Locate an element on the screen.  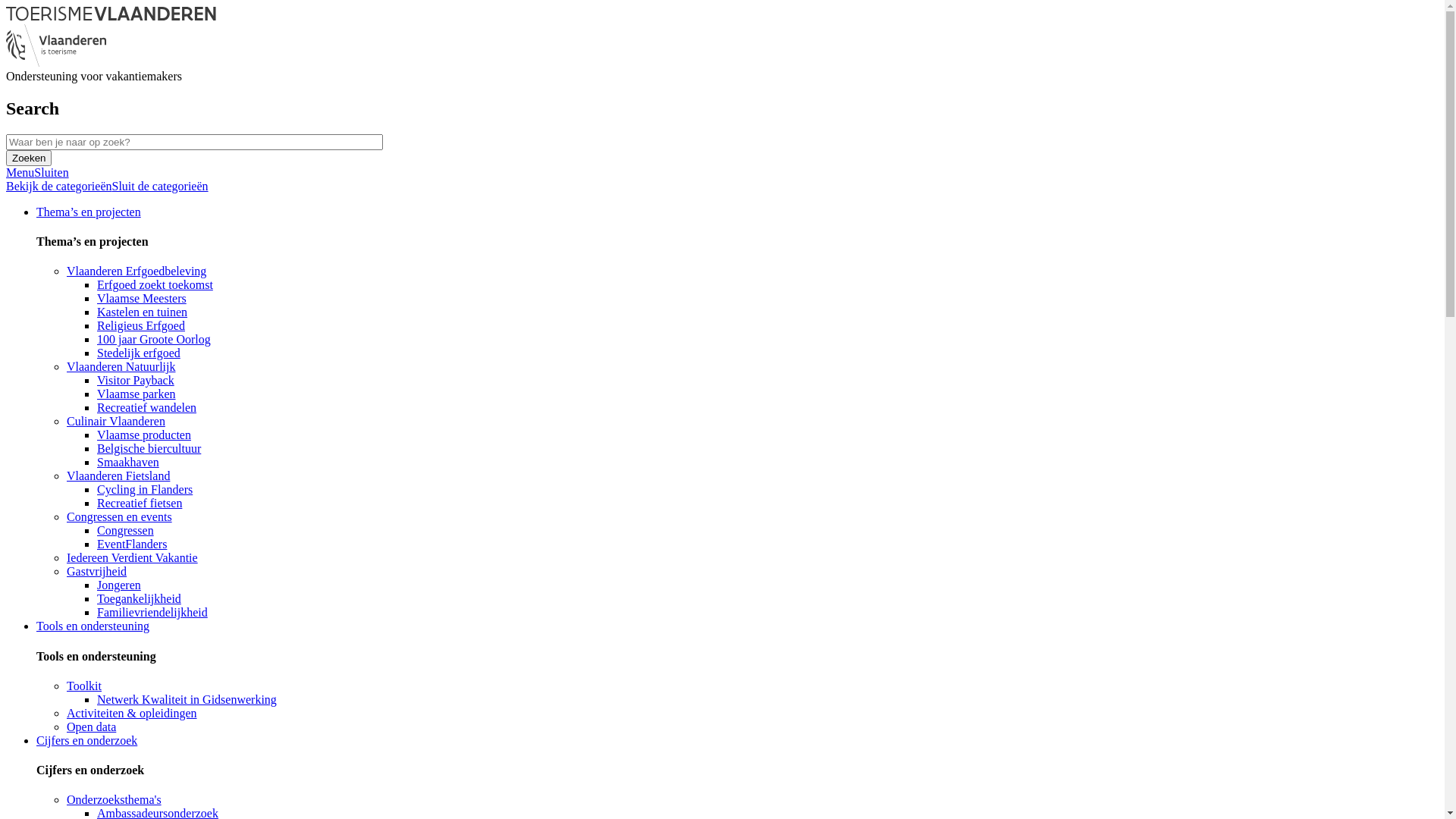
'EventFlanders' is located at coordinates (96, 543).